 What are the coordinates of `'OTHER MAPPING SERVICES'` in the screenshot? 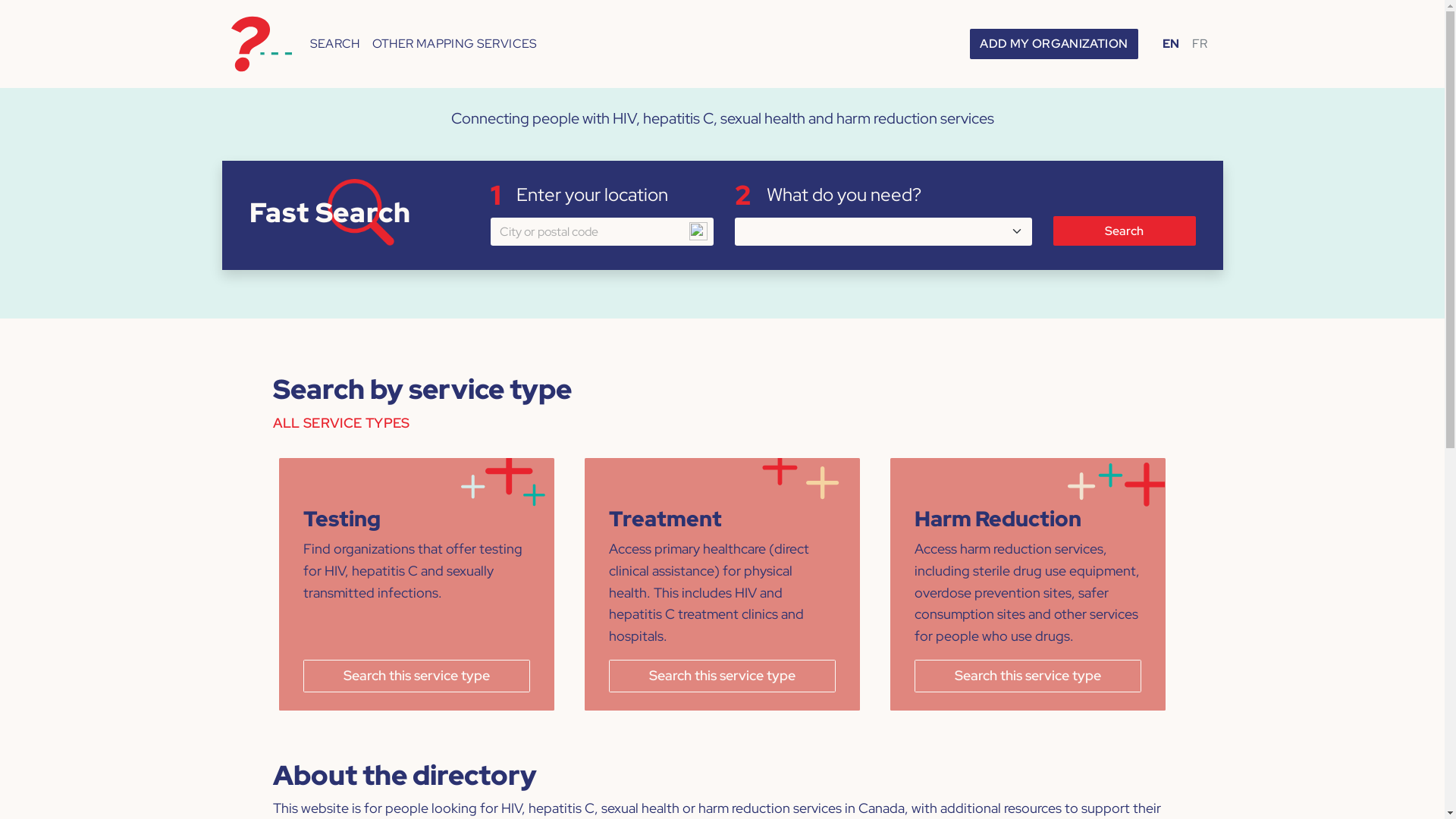 It's located at (366, 42).